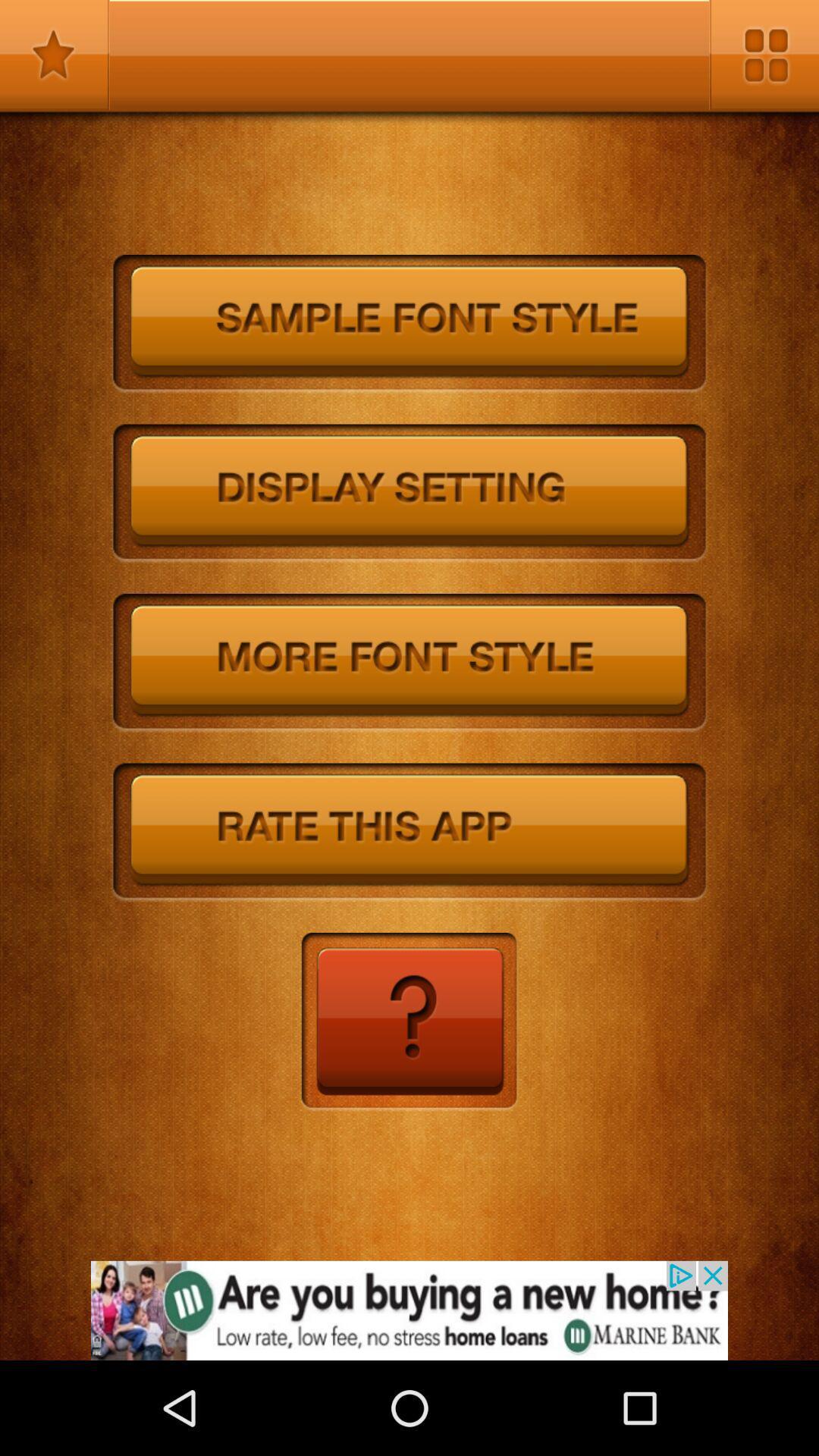 The width and height of the screenshot is (819, 1456). Describe the element at coordinates (54, 55) in the screenshot. I see `bookmark this apge` at that location.